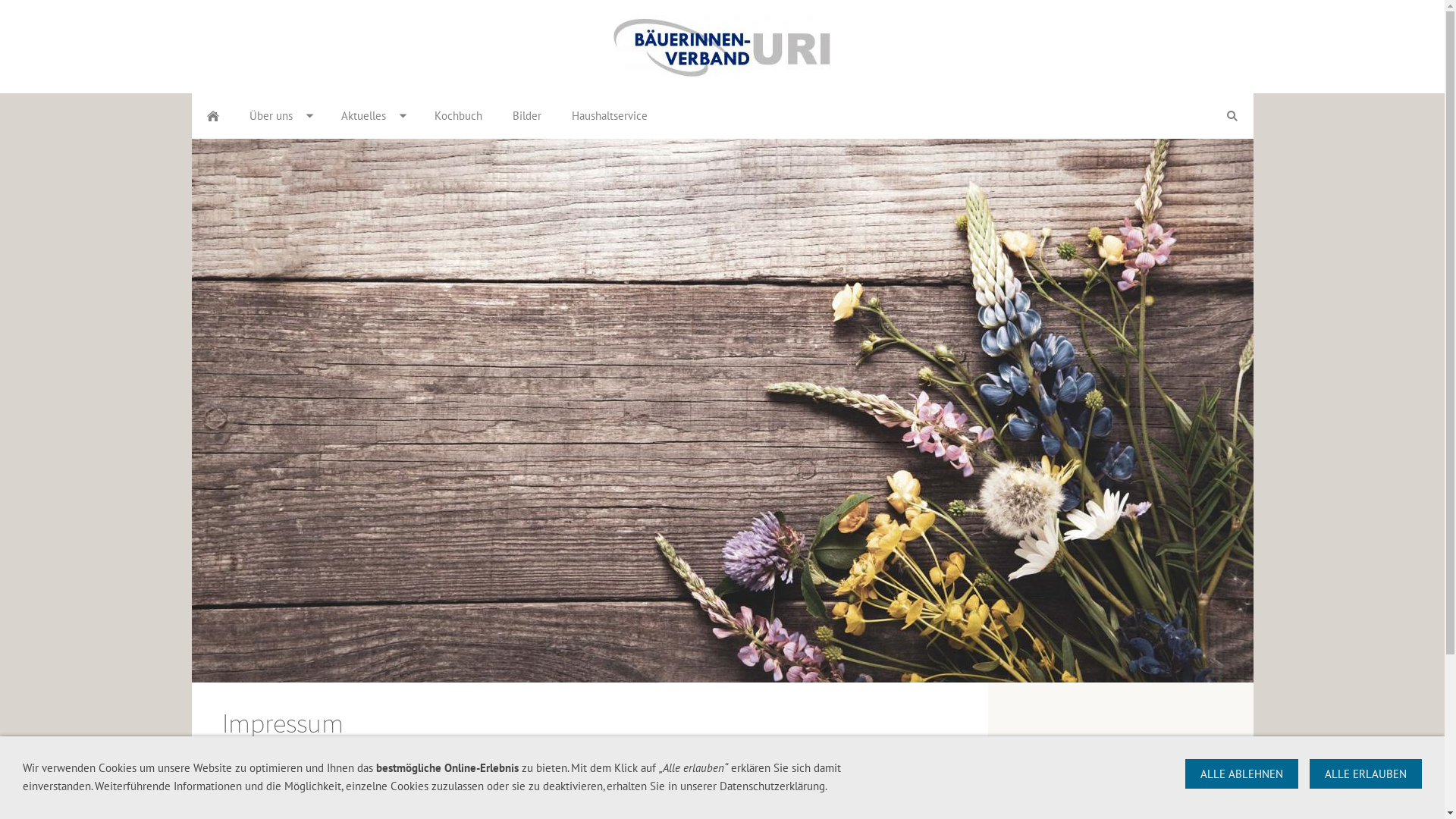 The width and height of the screenshot is (1456, 819). I want to click on 'ALLE ABLEHNEN', so click(1241, 773).